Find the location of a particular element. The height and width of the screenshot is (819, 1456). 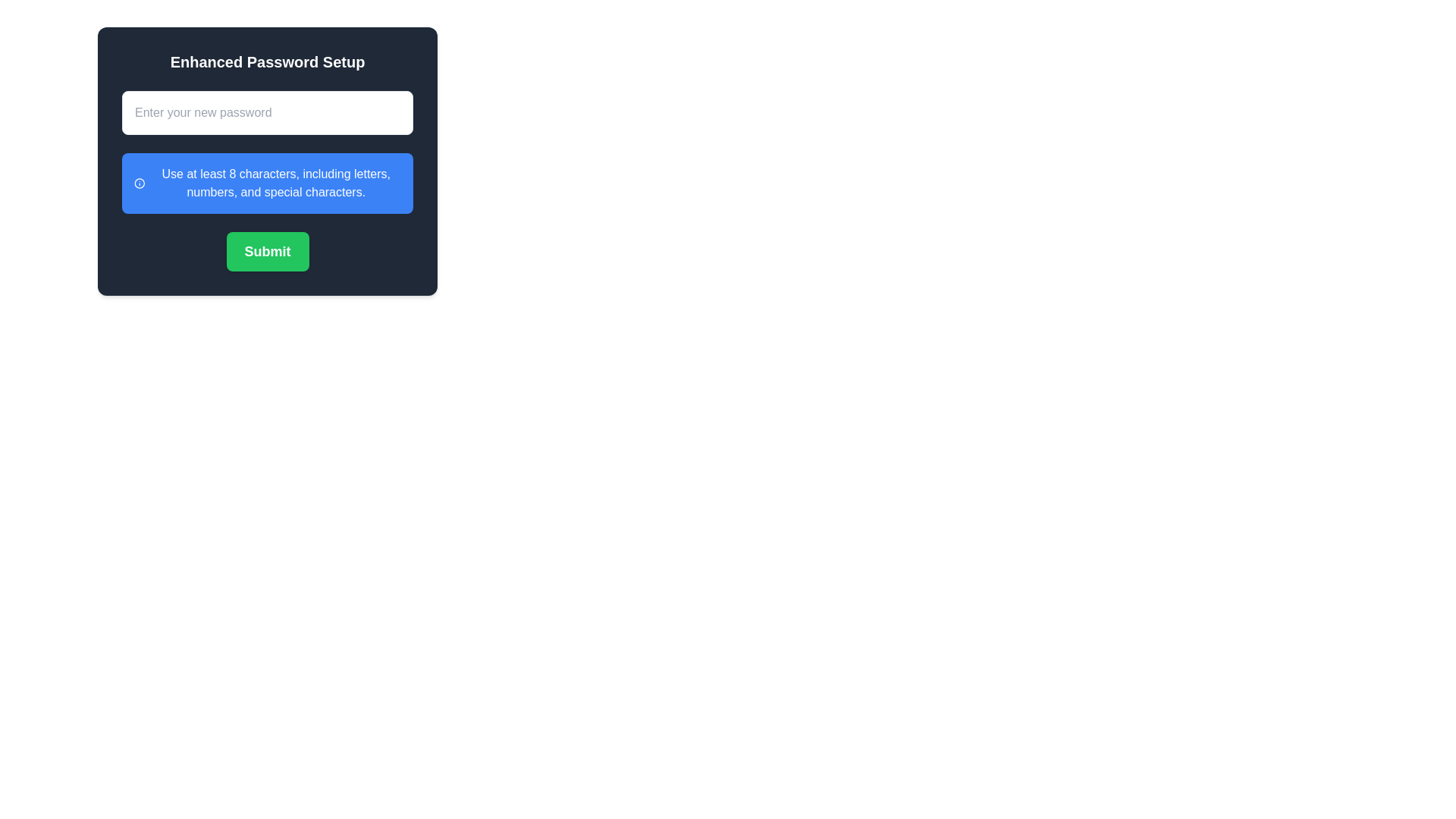

the green rectangular 'Submit' button at the bottom of the password setup form is located at coordinates (268, 250).